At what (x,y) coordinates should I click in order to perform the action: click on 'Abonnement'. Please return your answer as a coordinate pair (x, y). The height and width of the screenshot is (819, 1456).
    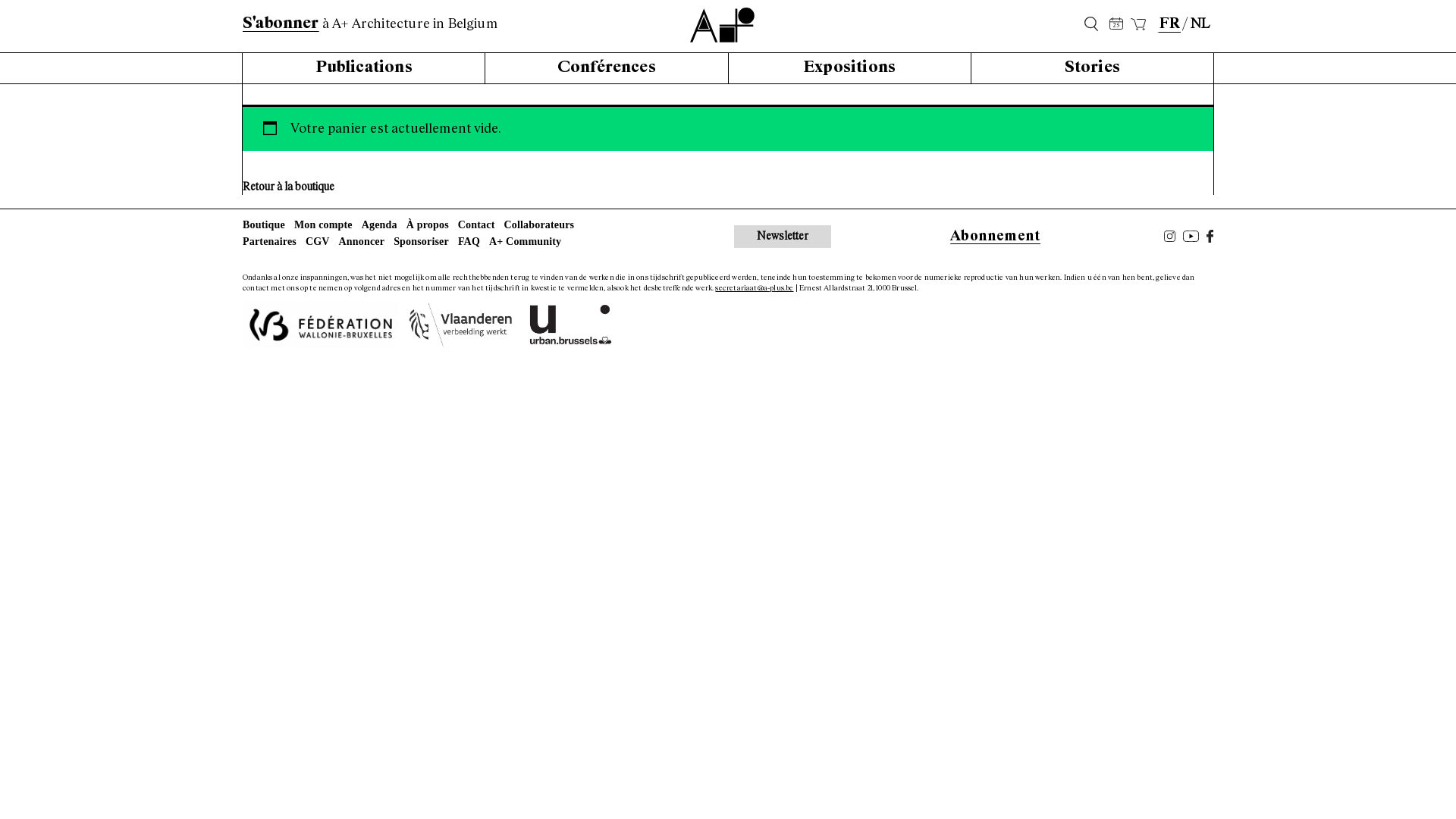
    Looking at the image, I should click on (995, 237).